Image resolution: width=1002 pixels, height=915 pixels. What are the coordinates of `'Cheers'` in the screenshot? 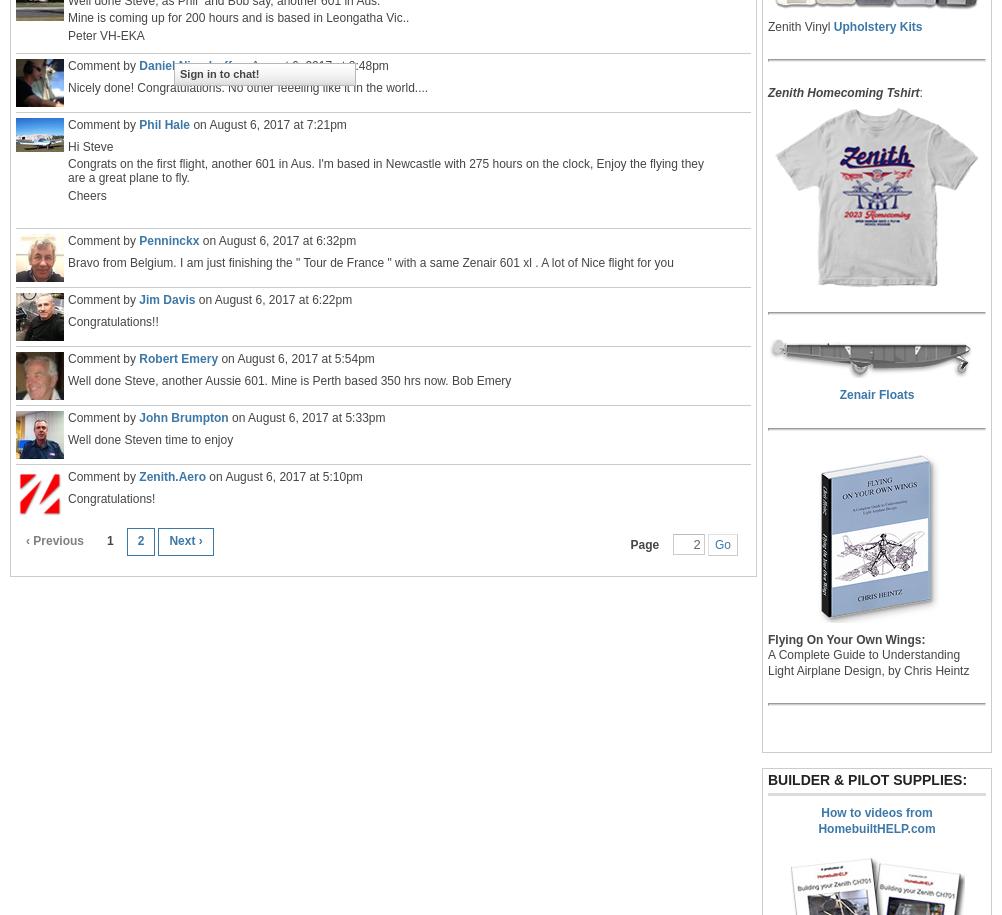 It's located at (85, 193).